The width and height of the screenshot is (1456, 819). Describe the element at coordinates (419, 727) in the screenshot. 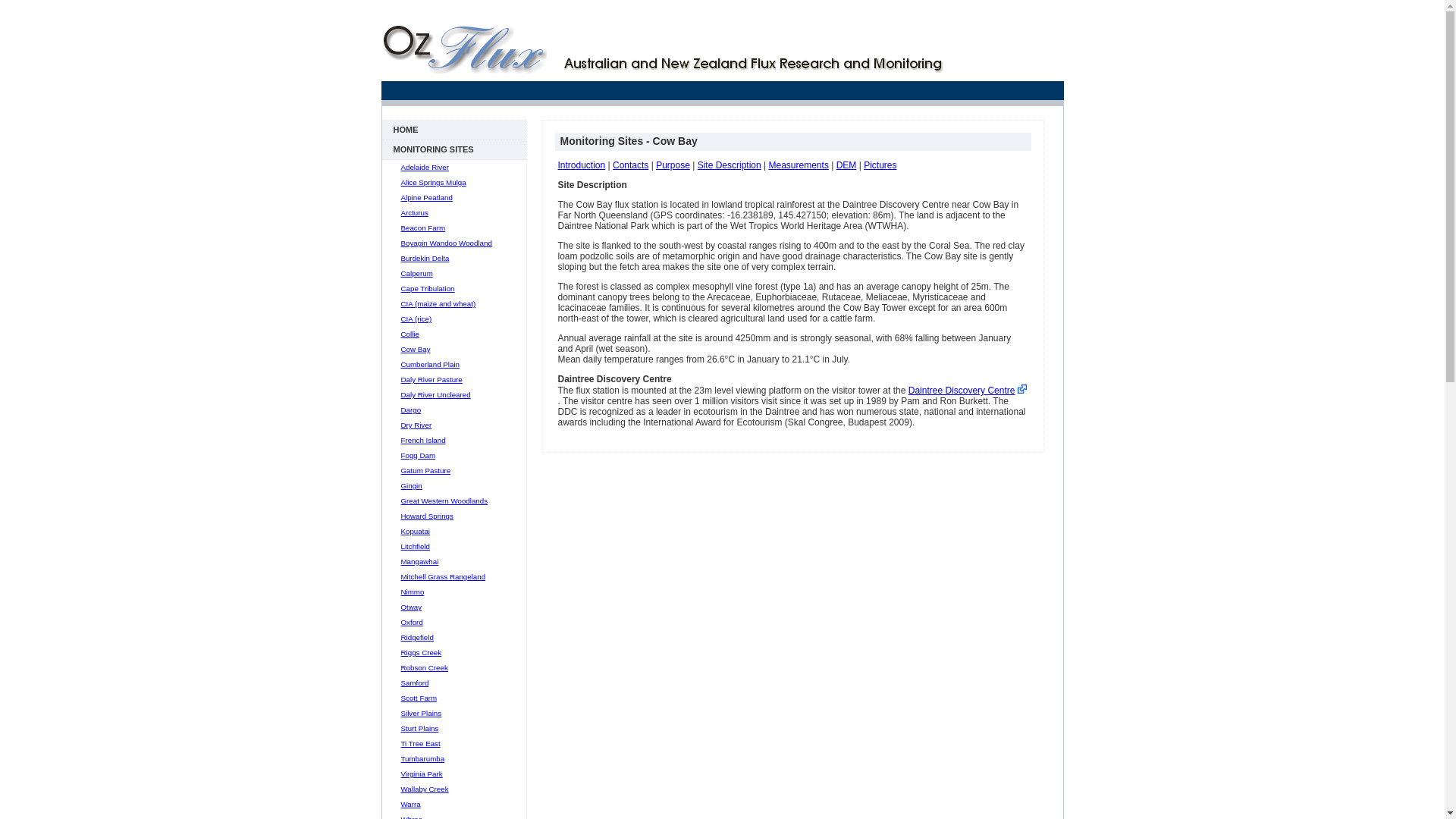

I see `'Sturt Plains'` at that location.